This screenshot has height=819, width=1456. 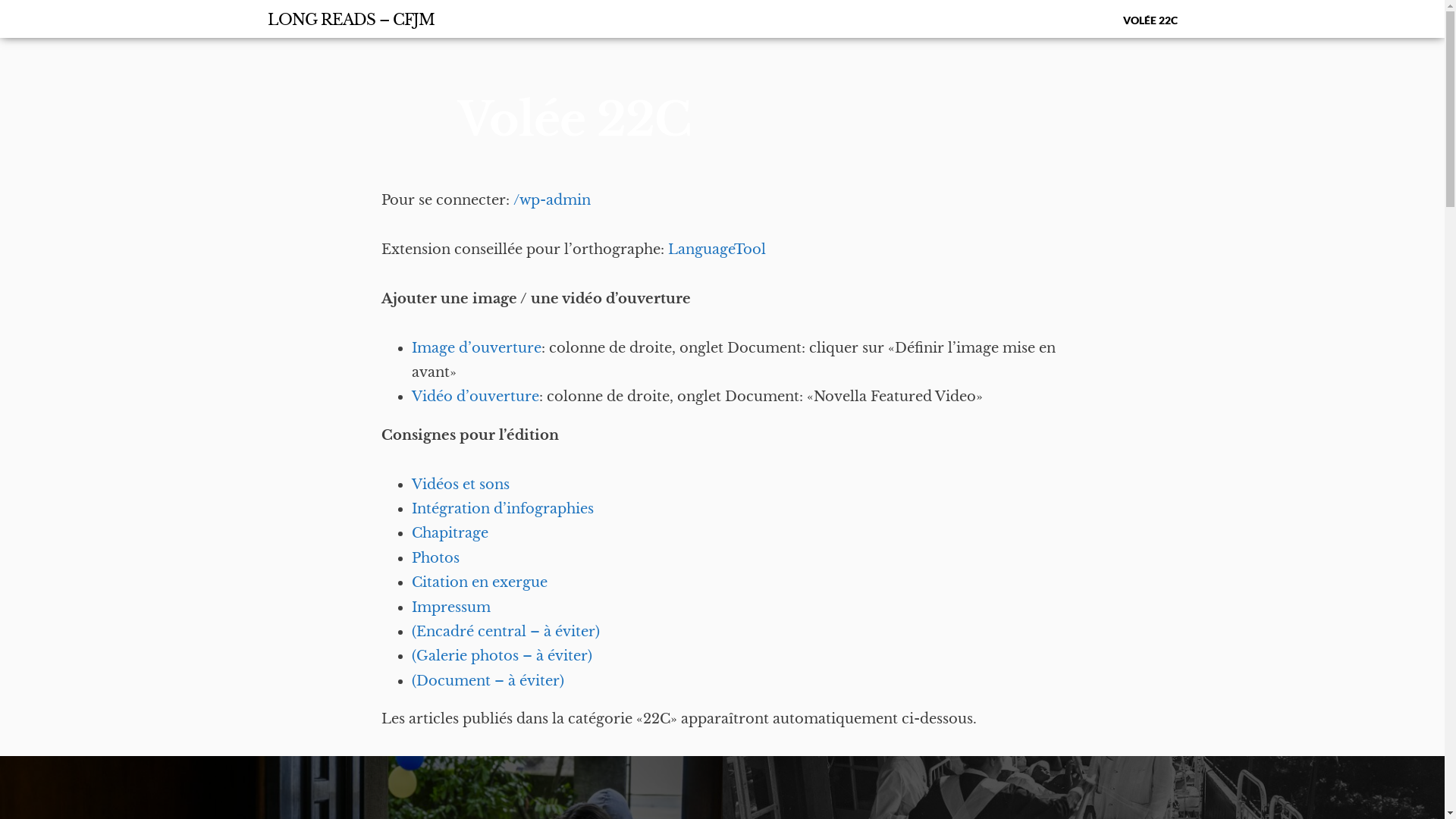 I want to click on 'Photos', so click(x=434, y=558).